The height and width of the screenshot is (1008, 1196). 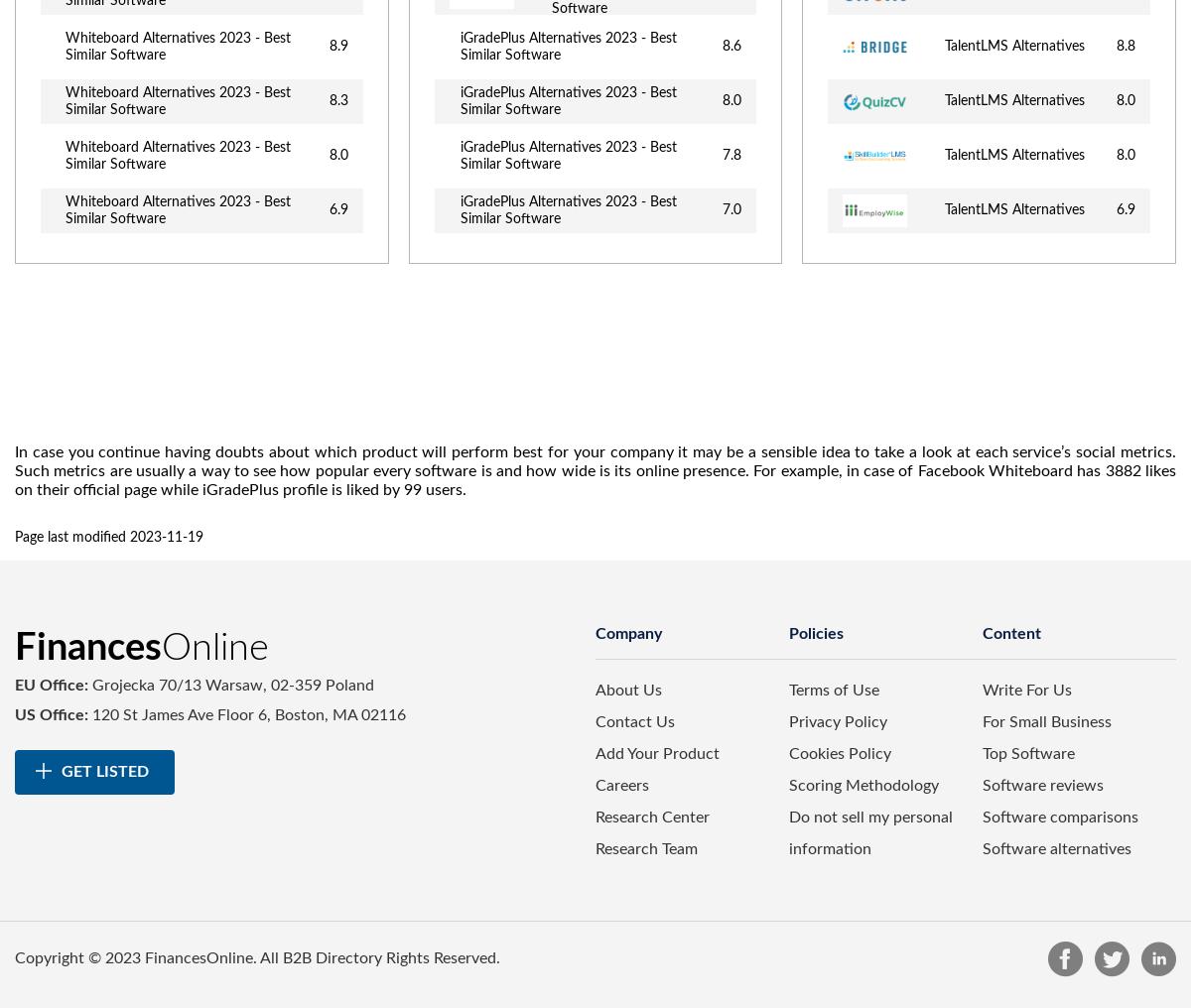 I want to click on 'Privacy Policy', so click(x=837, y=721).